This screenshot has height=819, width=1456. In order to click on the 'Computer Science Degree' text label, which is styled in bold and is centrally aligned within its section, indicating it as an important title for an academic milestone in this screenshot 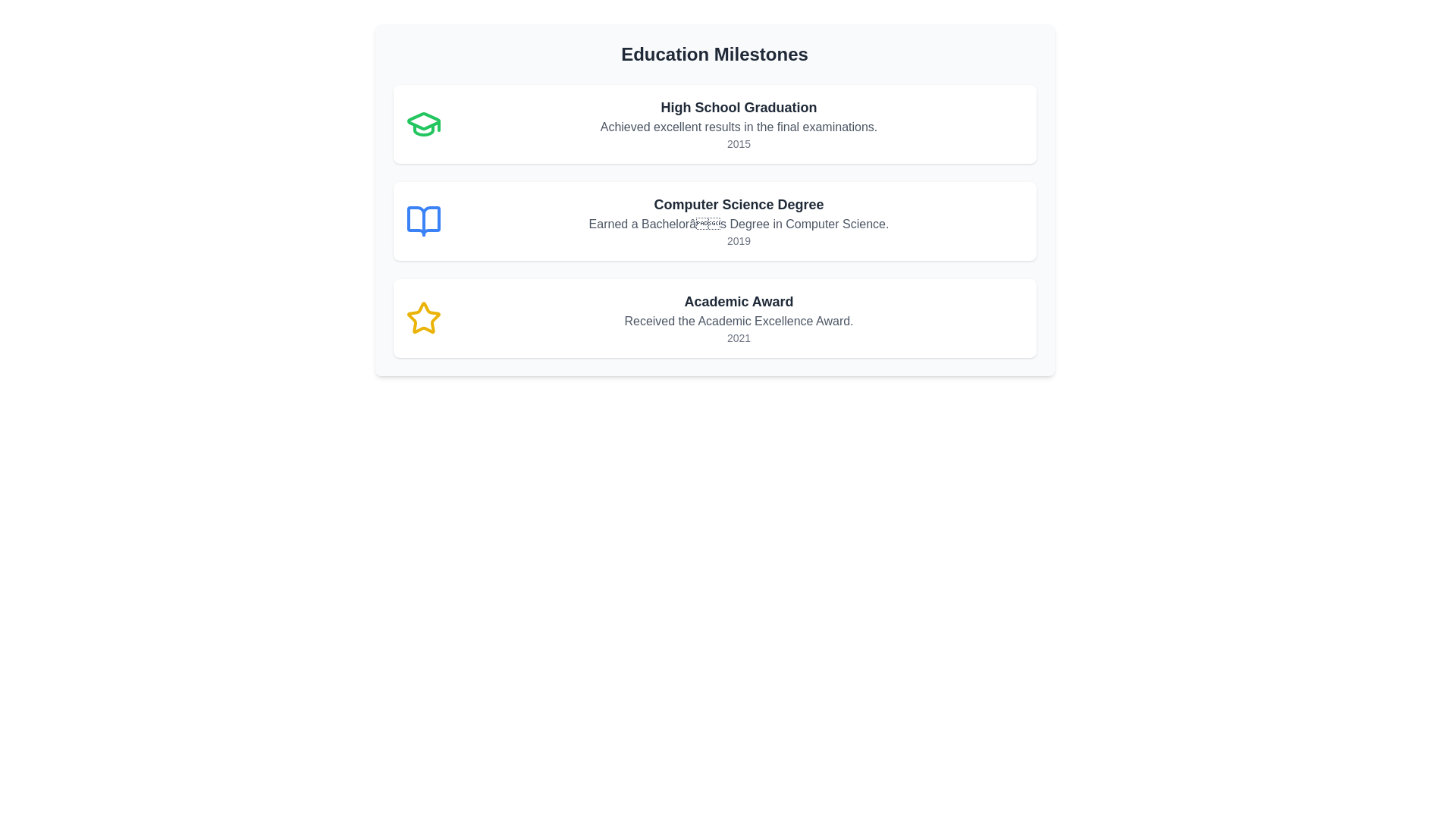, I will do `click(739, 205)`.